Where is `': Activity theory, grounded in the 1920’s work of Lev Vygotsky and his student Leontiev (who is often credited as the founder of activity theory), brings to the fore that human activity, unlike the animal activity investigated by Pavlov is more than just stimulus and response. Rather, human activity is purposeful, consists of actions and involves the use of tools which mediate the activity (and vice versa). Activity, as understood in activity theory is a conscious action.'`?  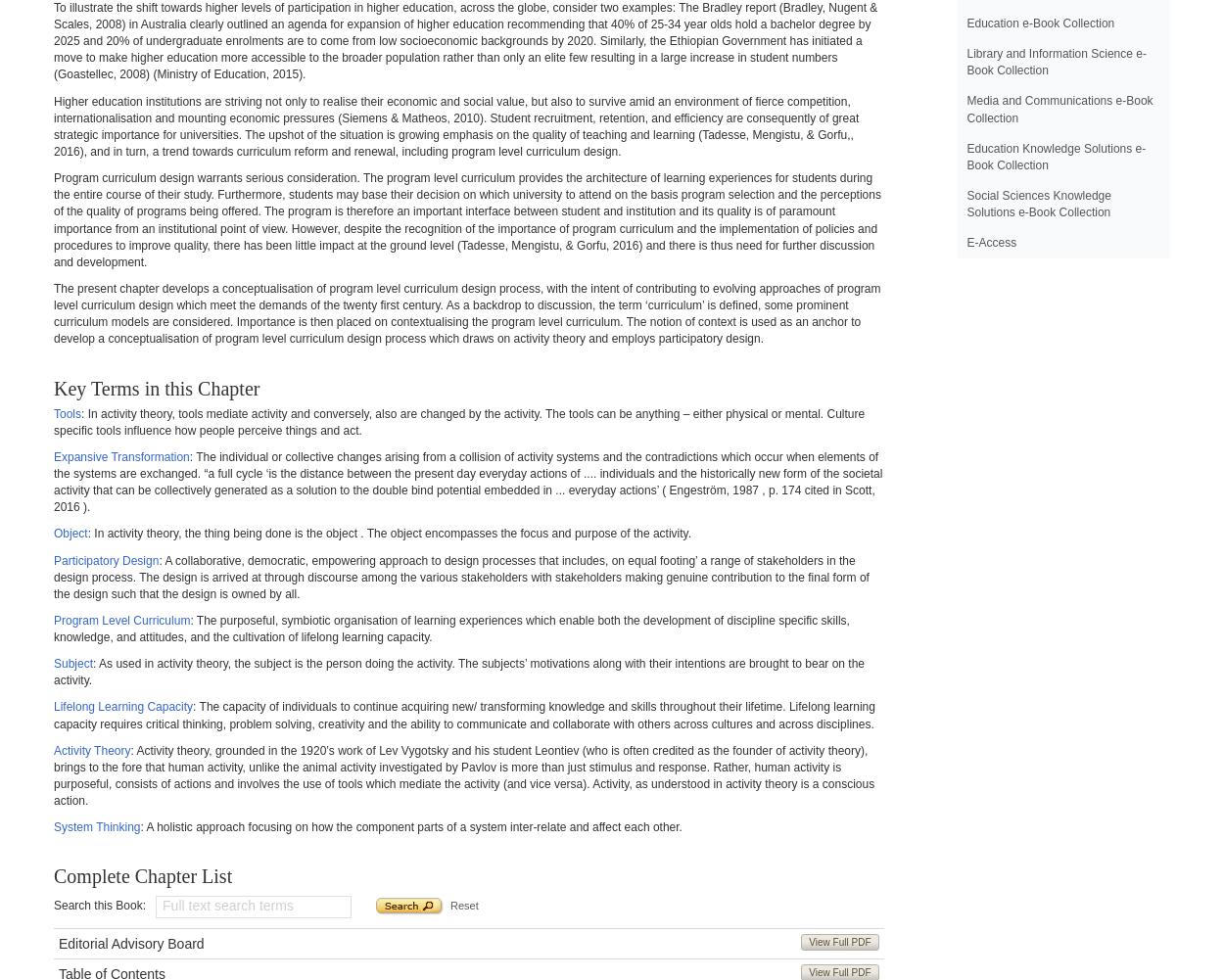 ': Activity theory, grounded in the 1920’s work of Lev Vygotsky and his student Leontiev (who is often credited as the founder of activity theory), brings to the fore that human activity, unlike the animal activity investigated by Pavlov is more than just stimulus and response. Rather, human activity is purposeful, consists of actions and involves the use of tools which mediate the activity (and vice versa). Activity, as understood in activity theory is a conscious action.' is located at coordinates (463, 773).